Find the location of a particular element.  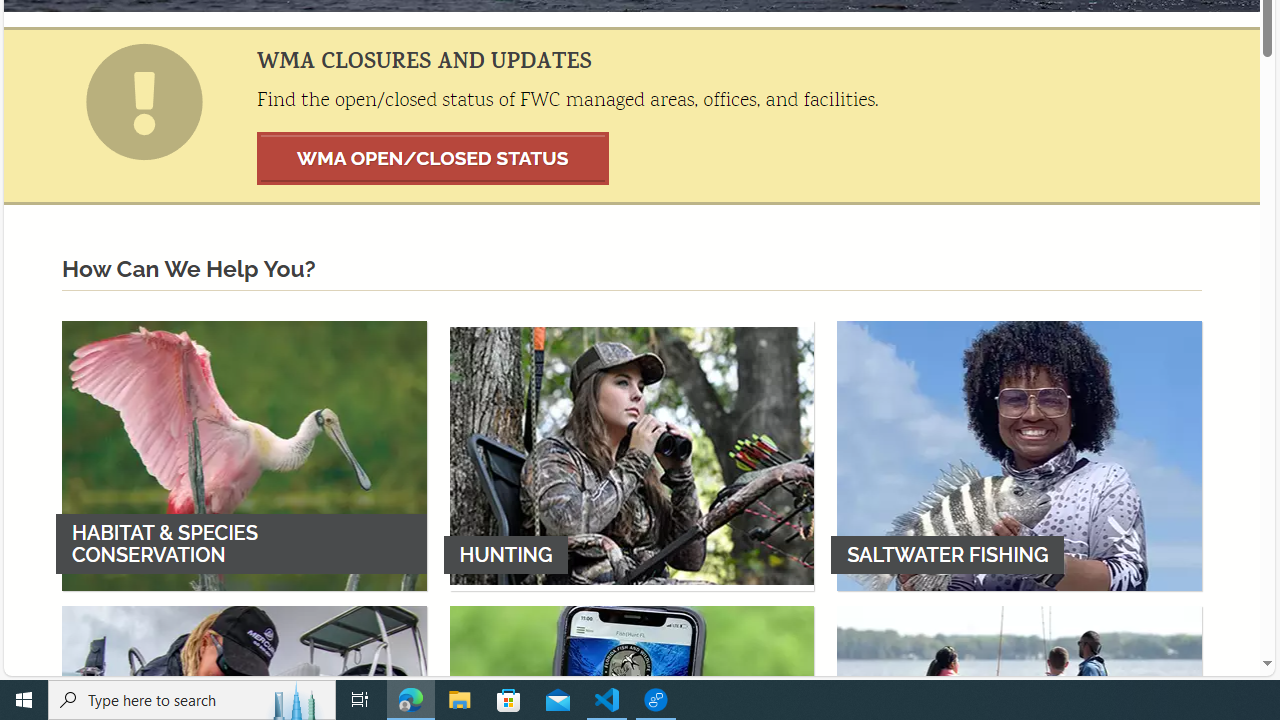

'SALTWATER FISHING' is located at coordinates (1019, 455).